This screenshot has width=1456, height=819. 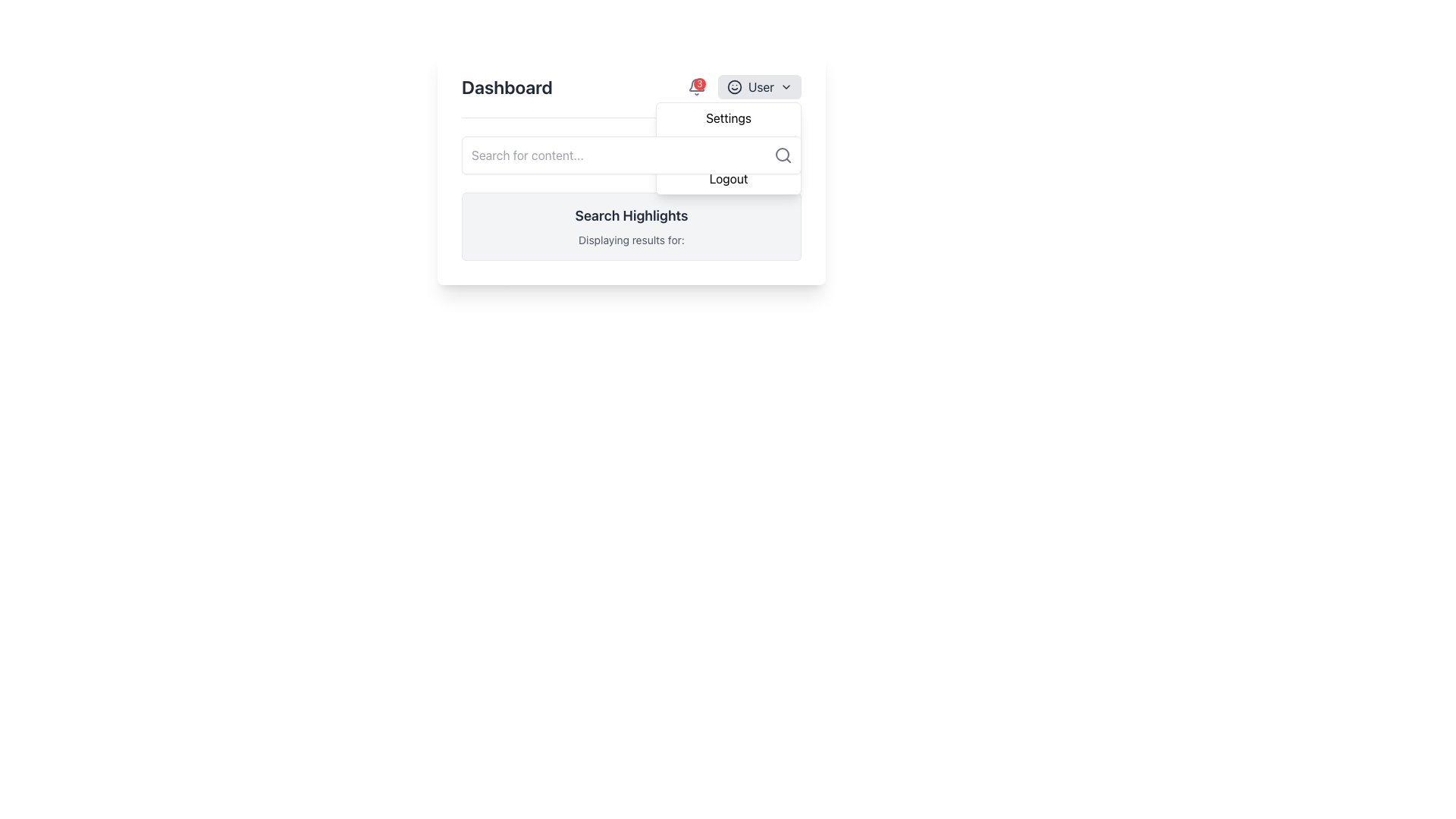 I want to click on the downward-pointing chevron icon next to the 'User' label to indicate focus or display a tooltip, so click(x=786, y=87).